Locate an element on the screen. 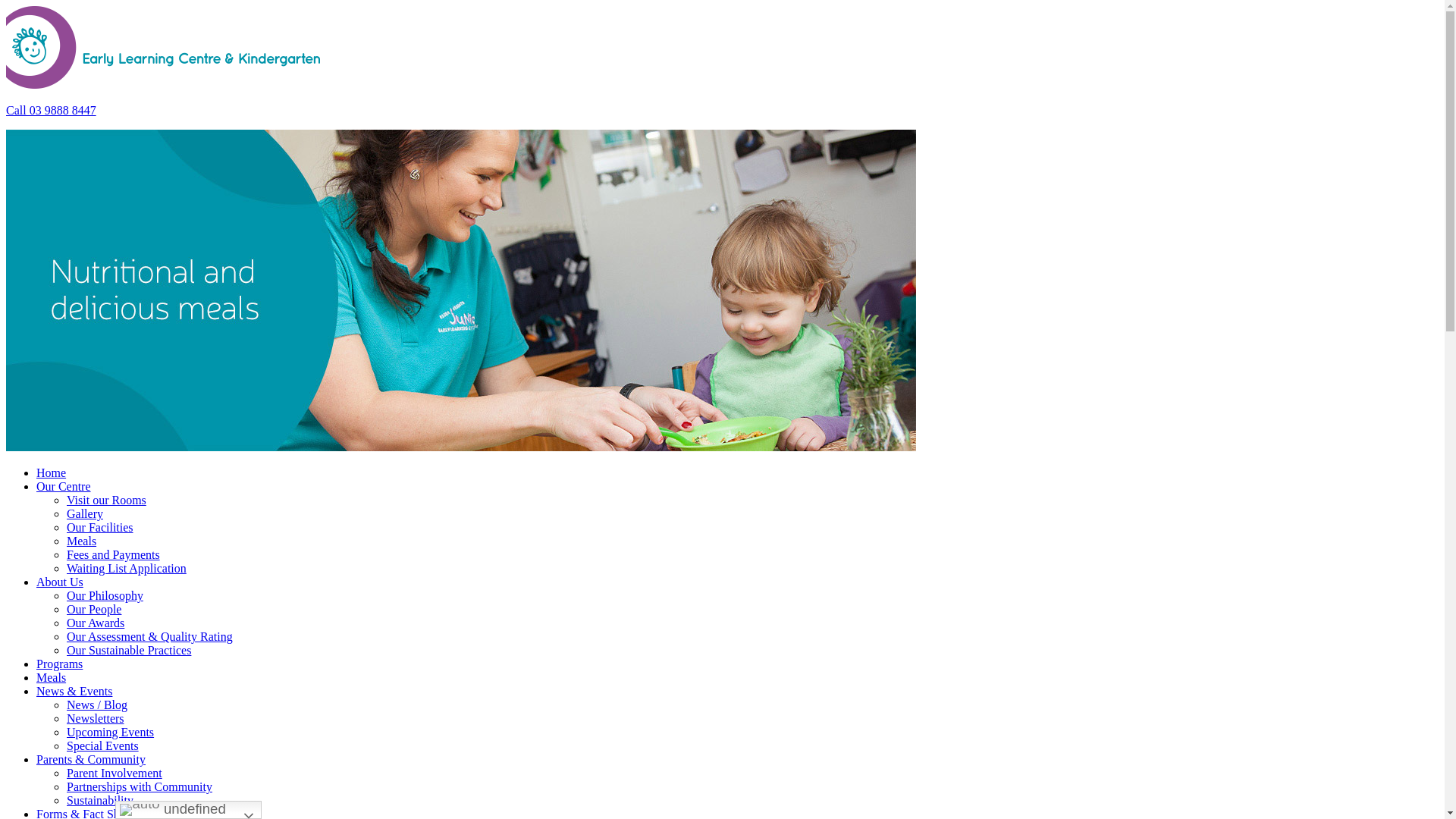  'Parent Involvement' is located at coordinates (113, 773).